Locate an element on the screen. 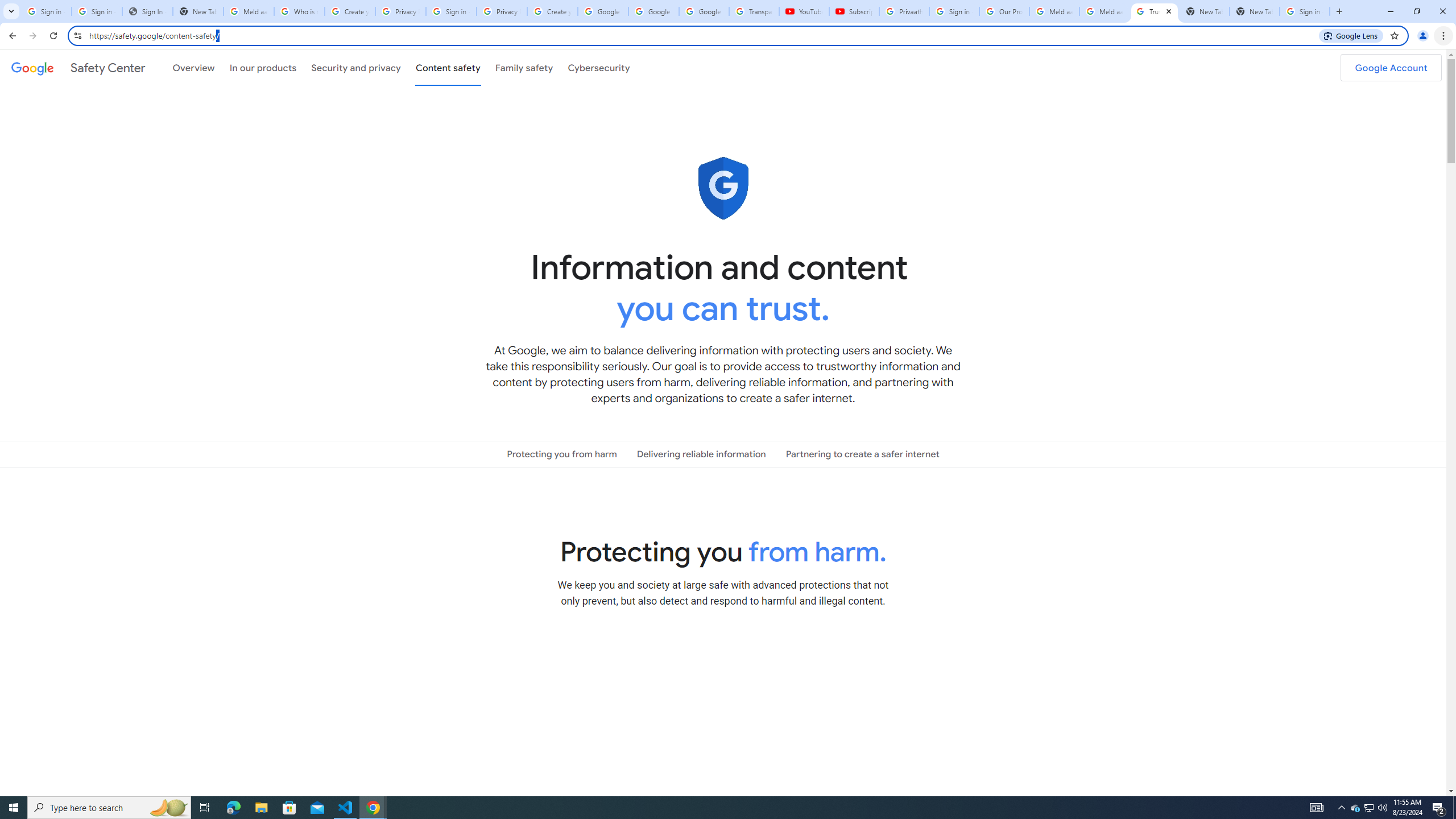 This screenshot has height=819, width=1456. 'In our products' is located at coordinates (262, 67).